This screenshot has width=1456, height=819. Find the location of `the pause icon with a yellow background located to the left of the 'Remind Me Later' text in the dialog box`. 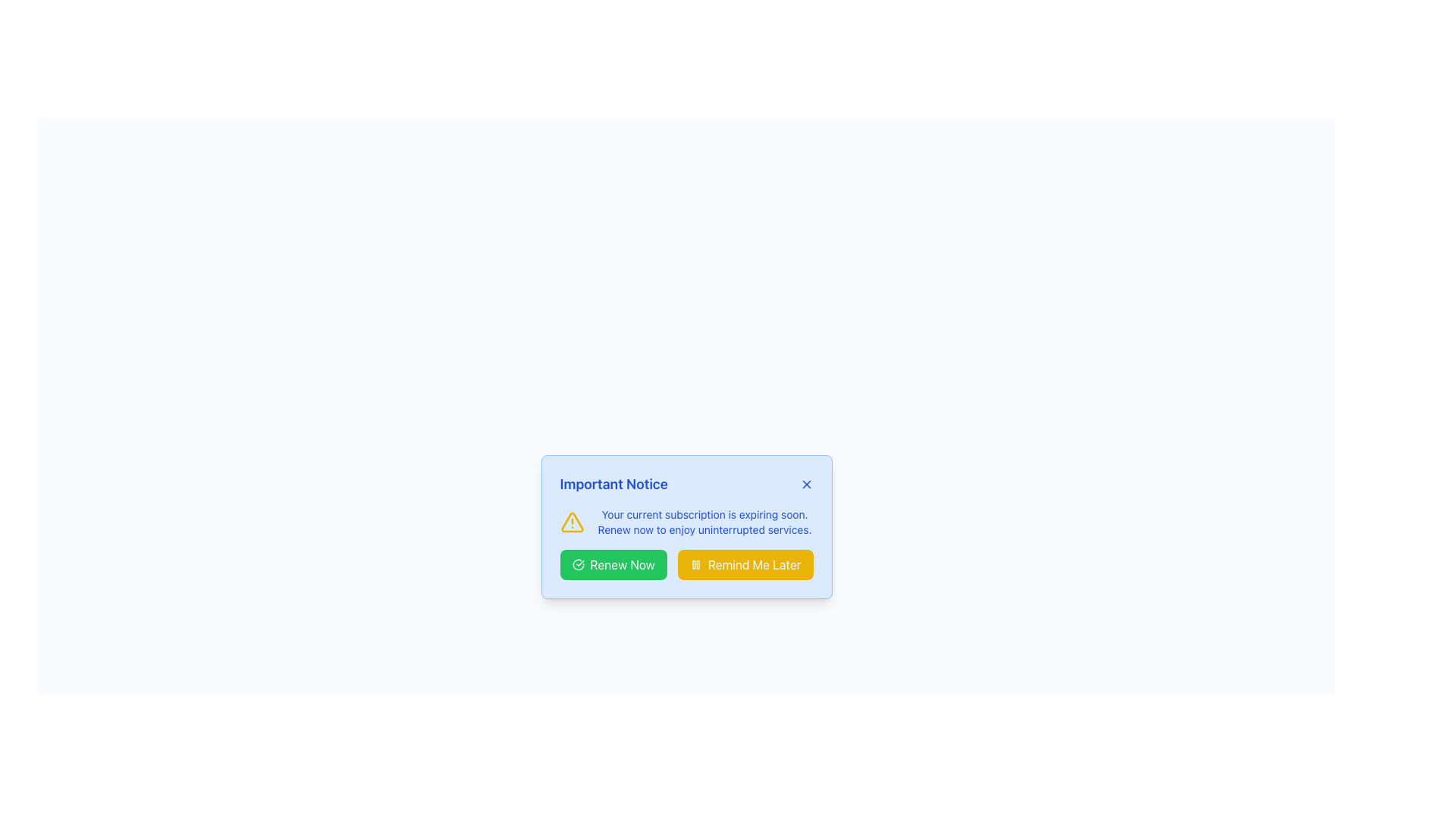

the pause icon with a yellow background located to the left of the 'Remind Me Later' text in the dialog box is located at coordinates (695, 564).